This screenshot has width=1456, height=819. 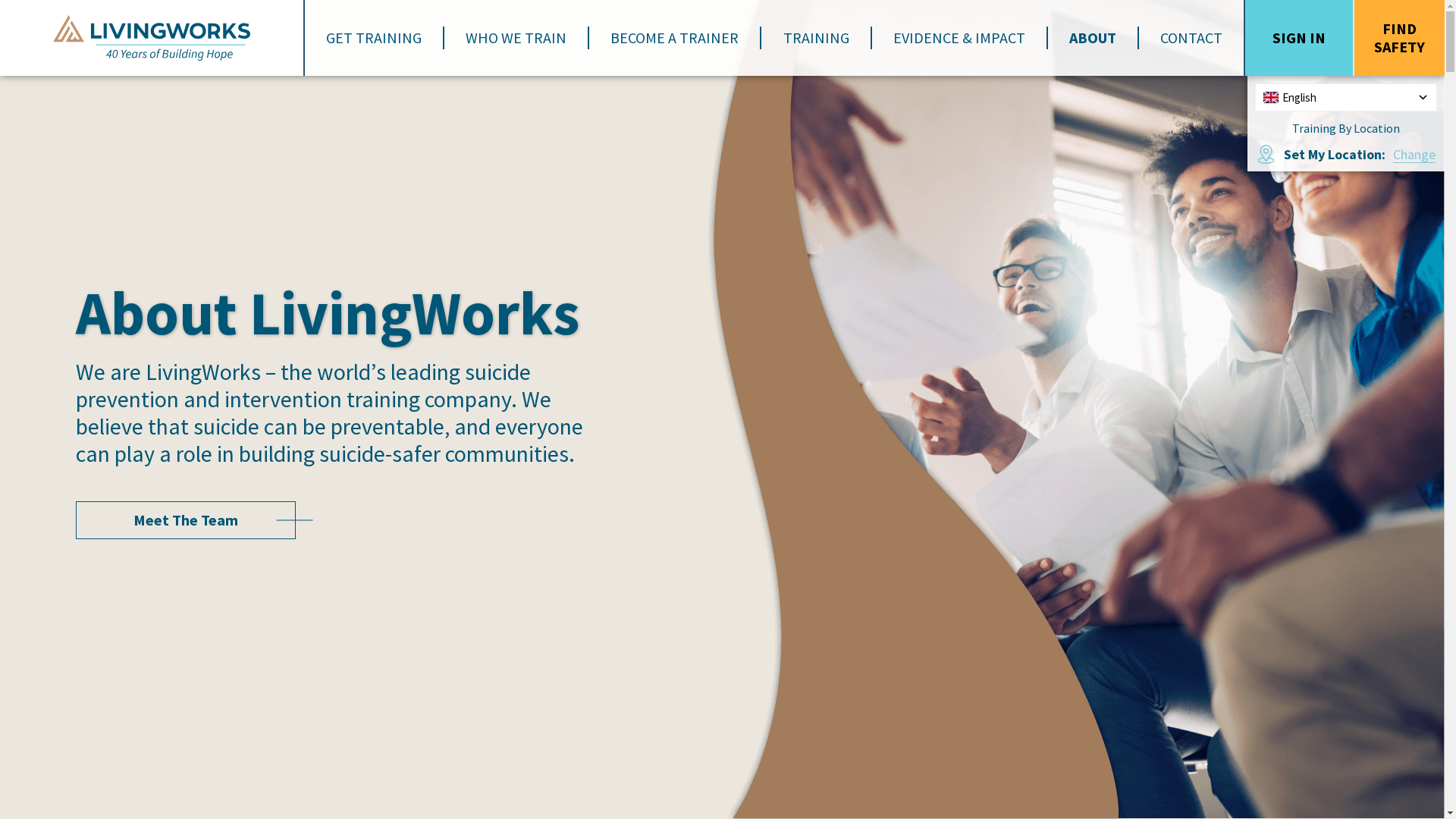 I want to click on 'EVIDENCE & IMPACT', so click(x=959, y=37).